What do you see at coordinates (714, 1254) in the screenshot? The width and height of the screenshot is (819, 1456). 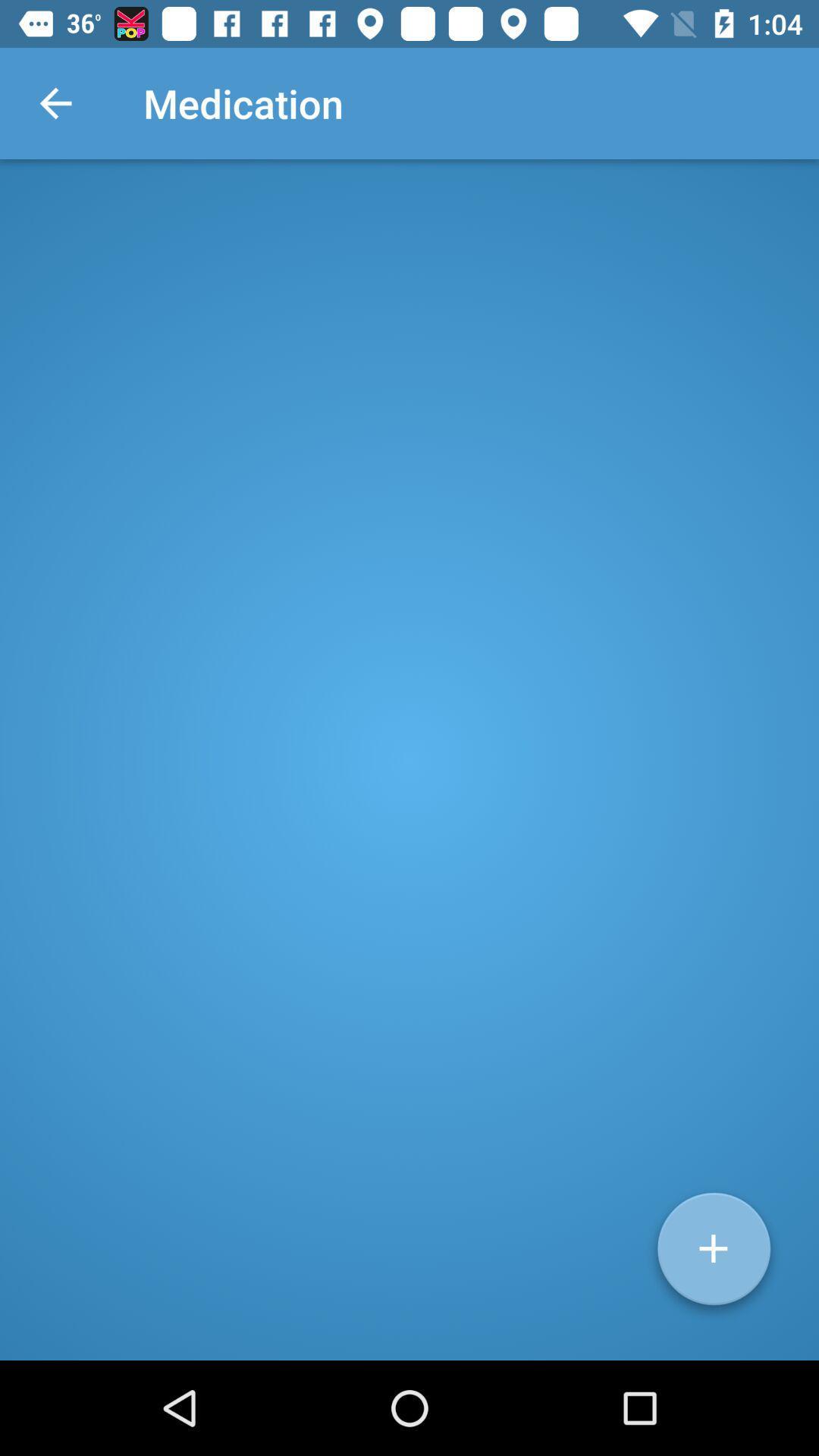 I see `the icon at the bottom right corner` at bounding box center [714, 1254].